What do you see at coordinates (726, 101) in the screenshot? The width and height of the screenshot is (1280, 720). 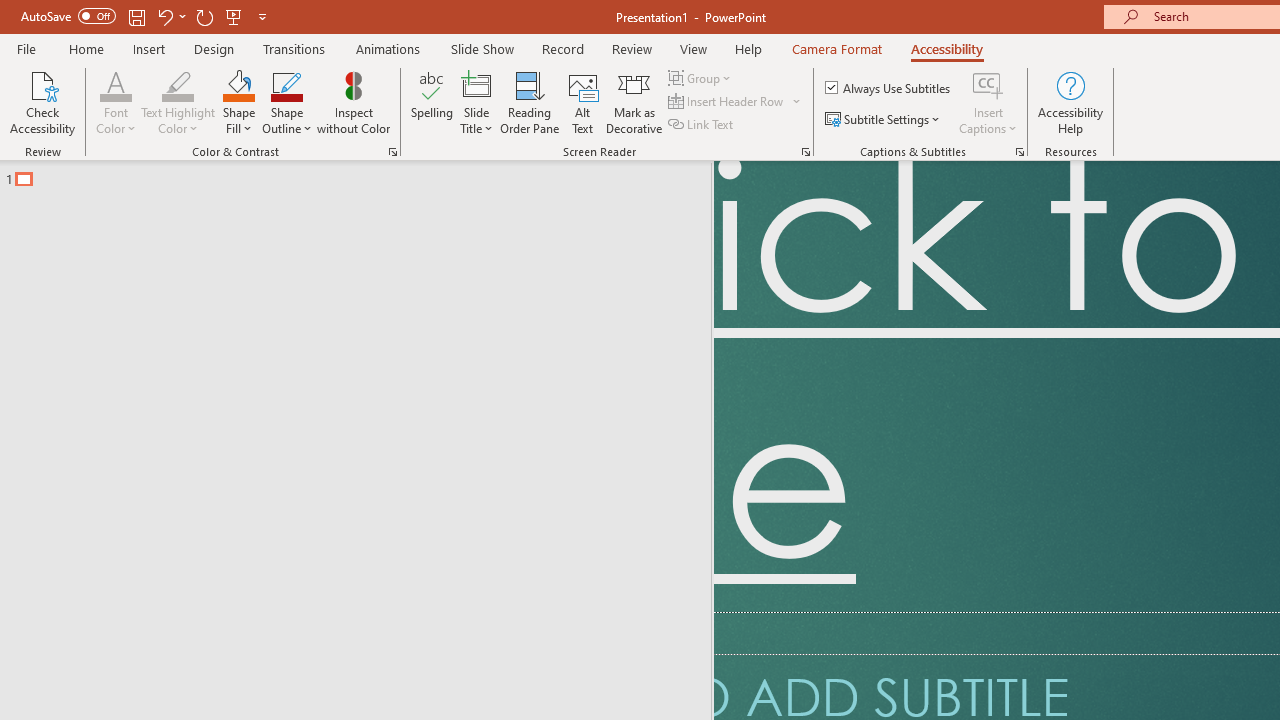 I see `'Insert Header Row'` at bounding box center [726, 101].